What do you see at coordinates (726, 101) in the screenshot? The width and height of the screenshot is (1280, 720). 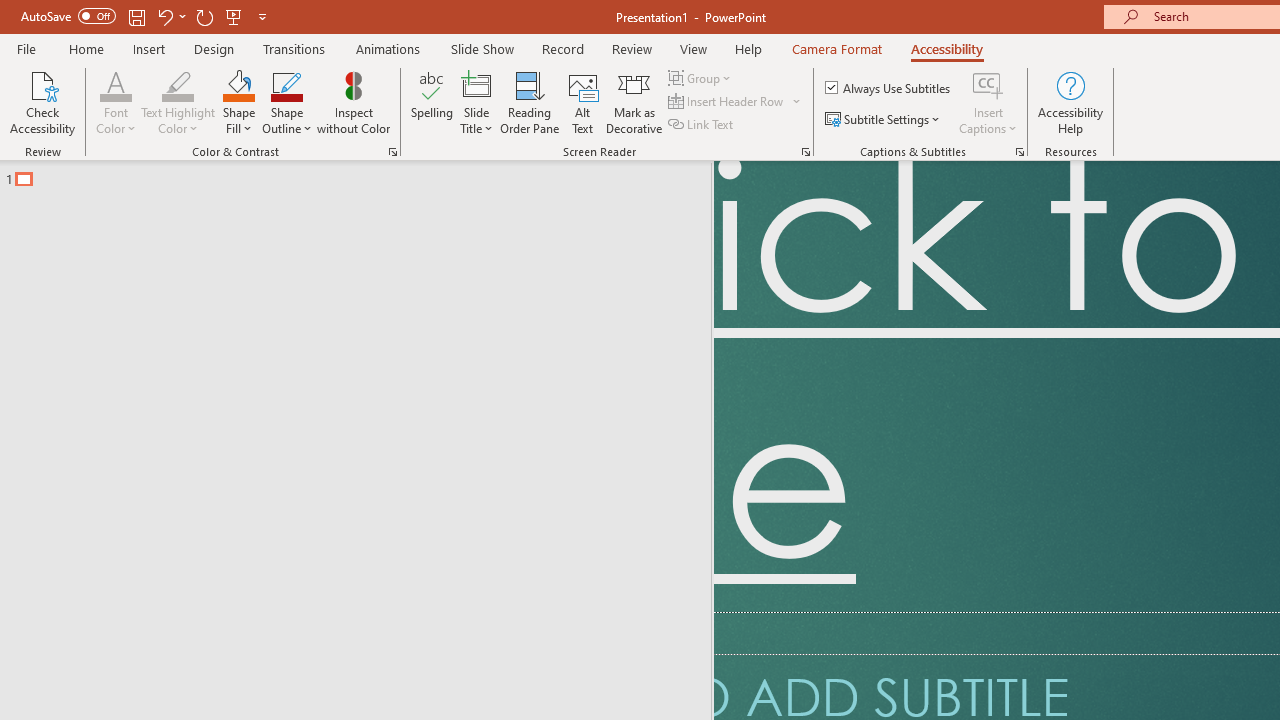 I see `'Insert Header Row'` at bounding box center [726, 101].